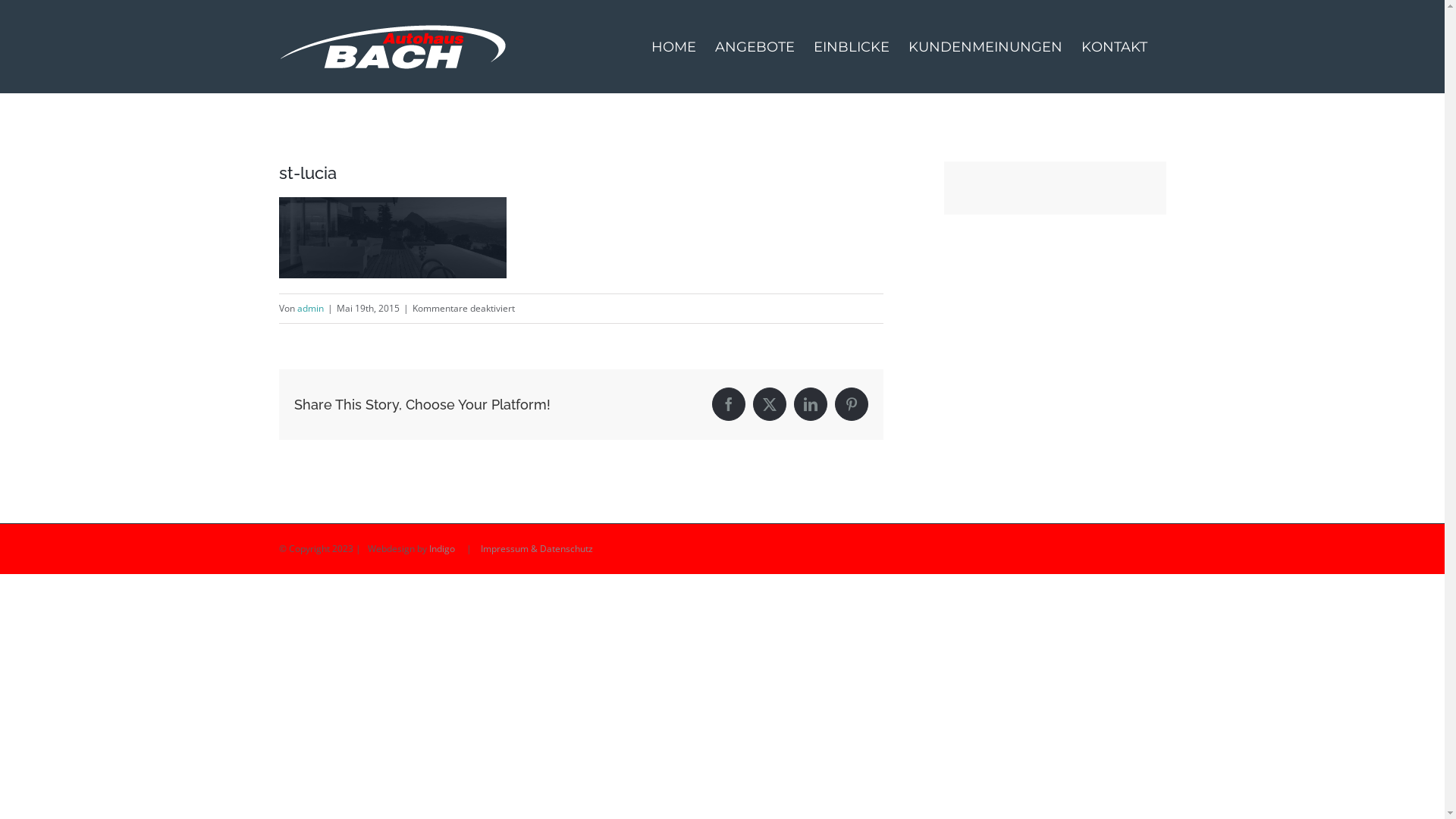  I want to click on 'HOME', so click(672, 45).